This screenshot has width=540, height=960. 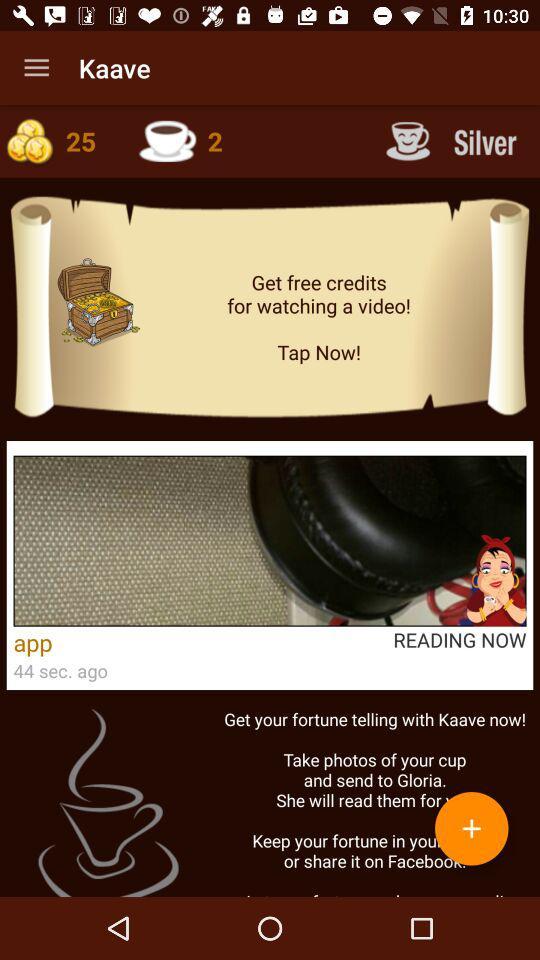 What do you see at coordinates (471, 828) in the screenshot?
I see `the add icon` at bounding box center [471, 828].